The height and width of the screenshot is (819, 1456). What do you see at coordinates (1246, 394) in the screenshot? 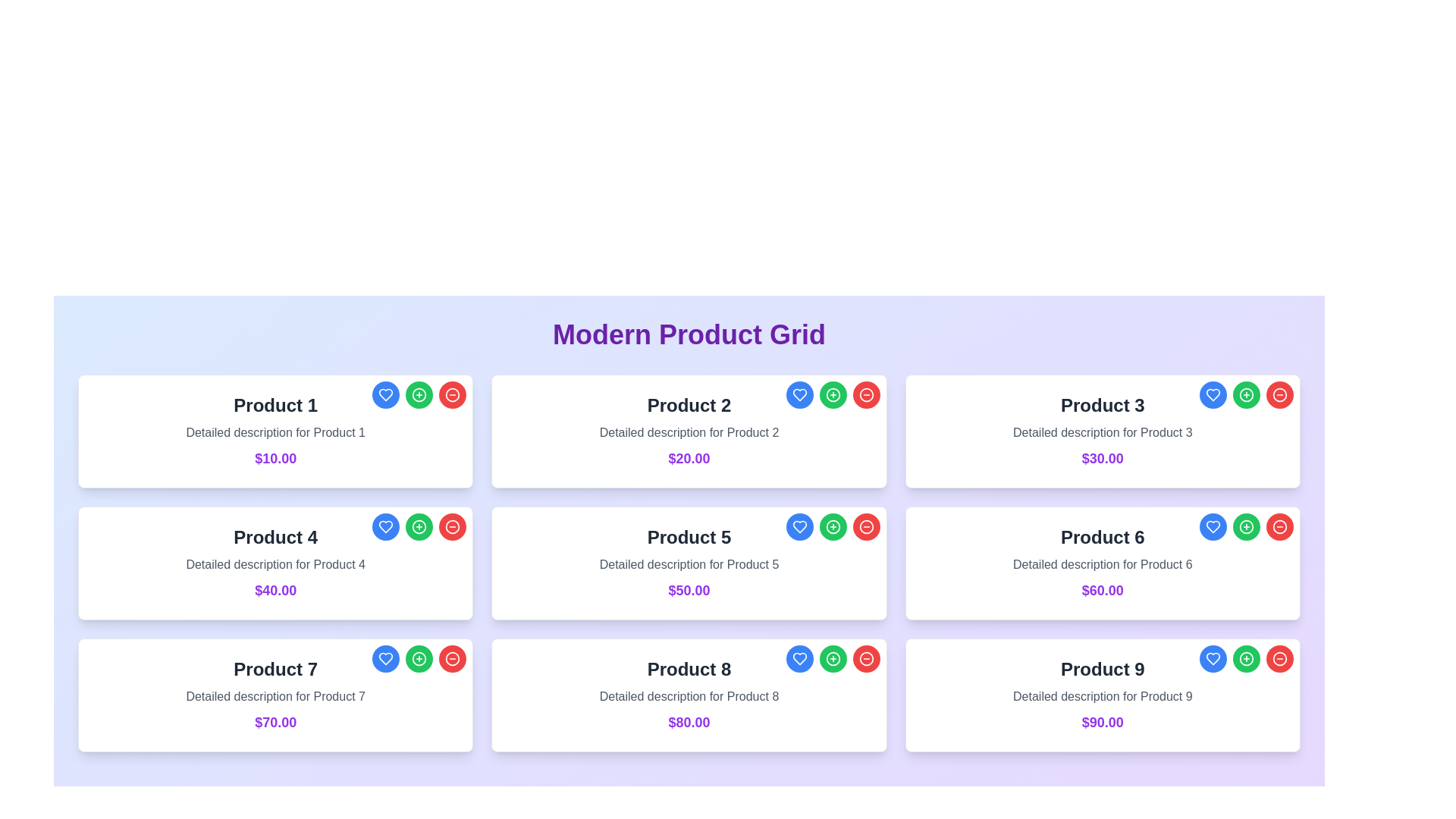
I see `the green circular button with white text that is the second button in the controls for 'Product 3'` at bounding box center [1246, 394].